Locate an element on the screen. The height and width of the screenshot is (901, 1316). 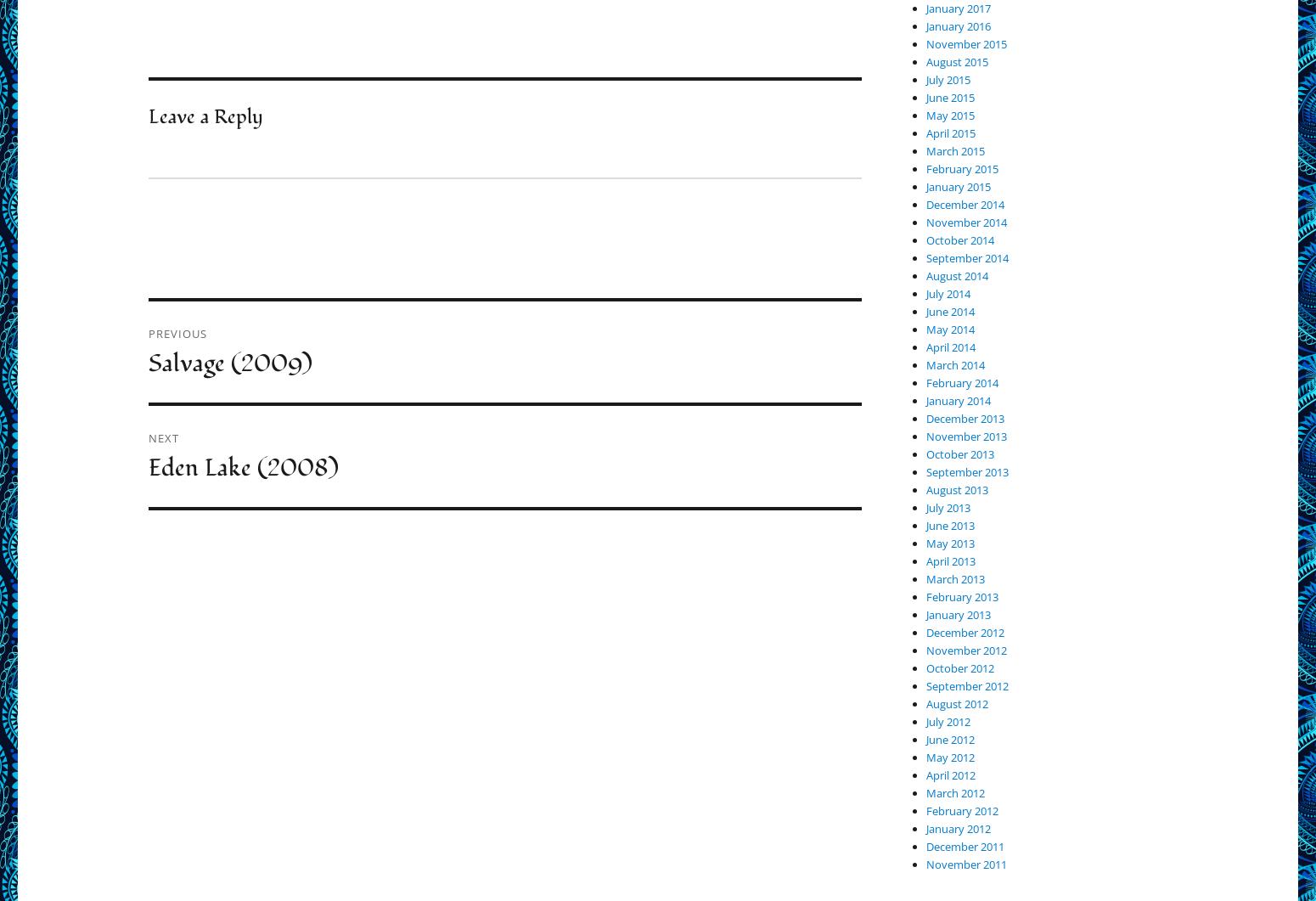
'September 2012' is located at coordinates (966, 685).